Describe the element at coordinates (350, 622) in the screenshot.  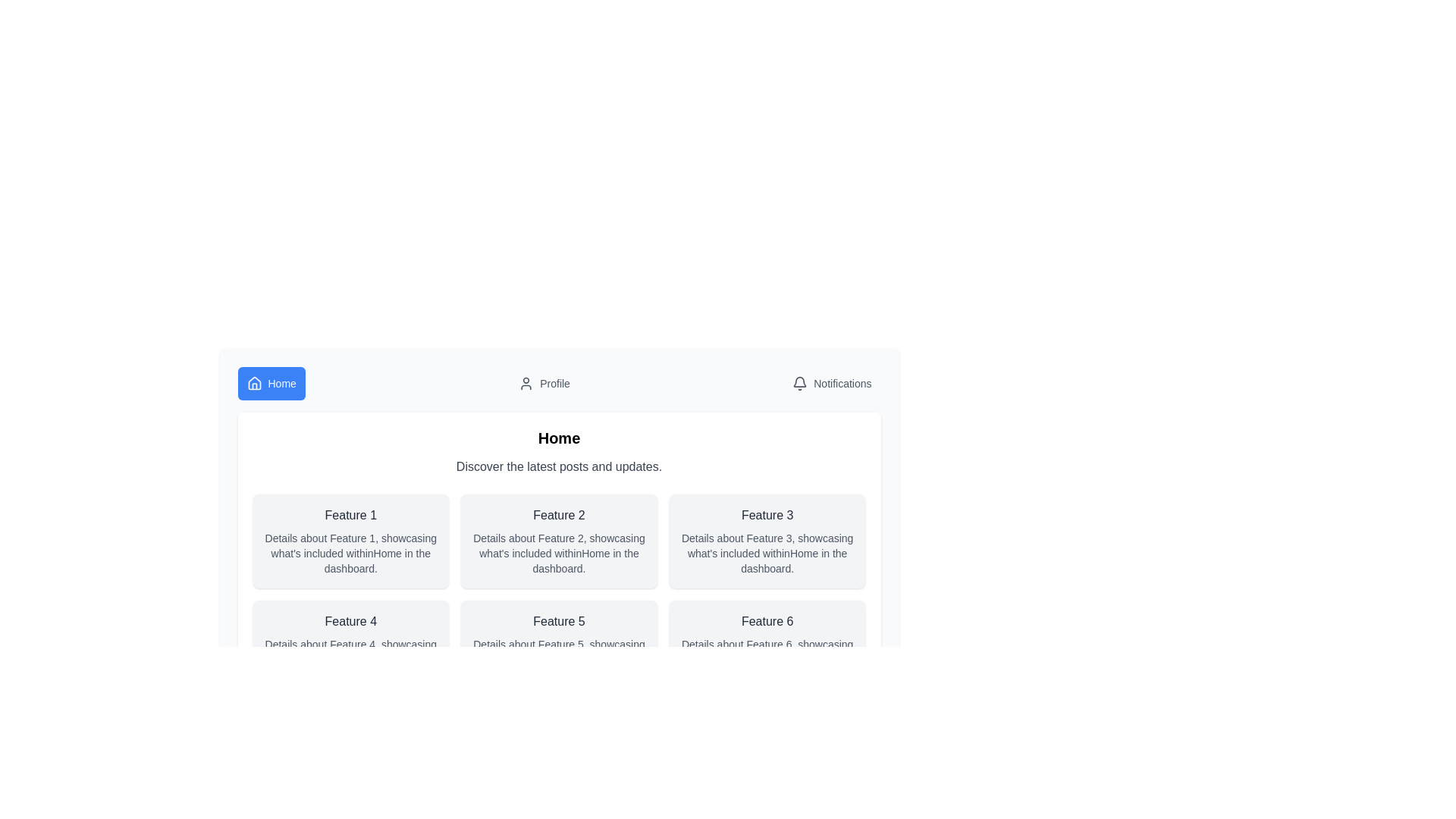
I see `the Text label that serves as a title or header for the content described below it, located in the bottom left portion of the grid layout` at that location.